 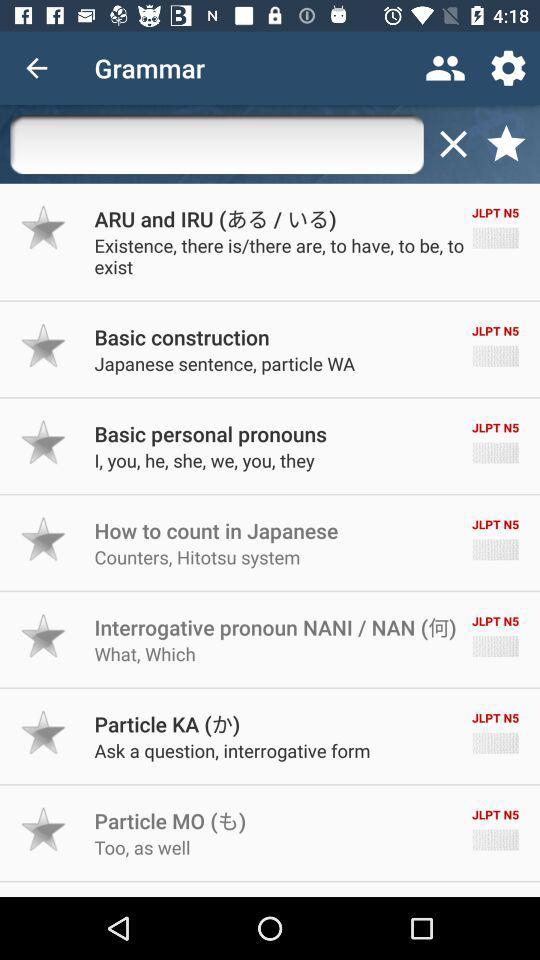 What do you see at coordinates (44, 538) in the screenshot?
I see `make item a favorite` at bounding box center [44, 538].